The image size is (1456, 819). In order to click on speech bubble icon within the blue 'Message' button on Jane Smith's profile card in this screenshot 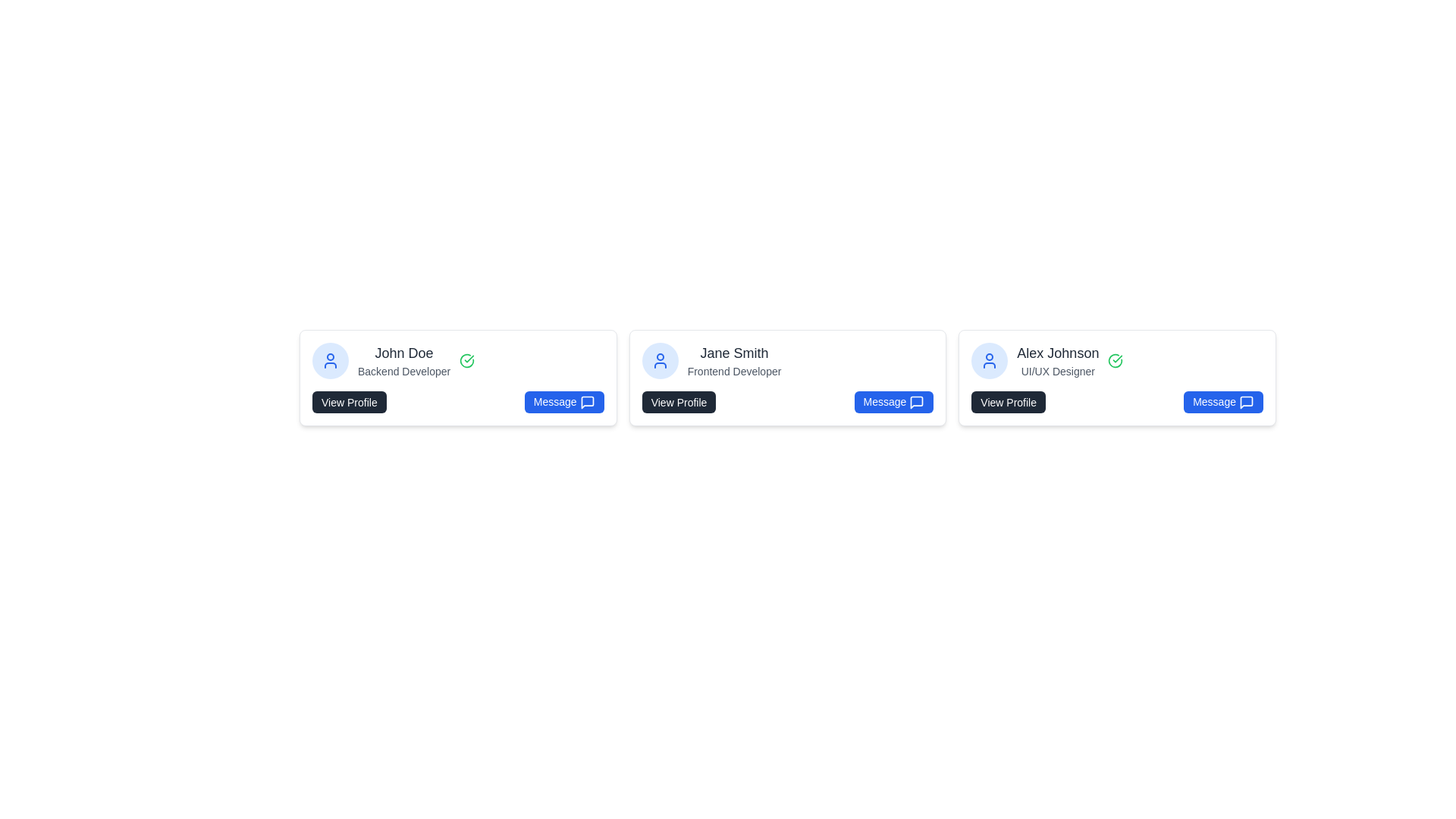, I will do `click(916, 402)`.